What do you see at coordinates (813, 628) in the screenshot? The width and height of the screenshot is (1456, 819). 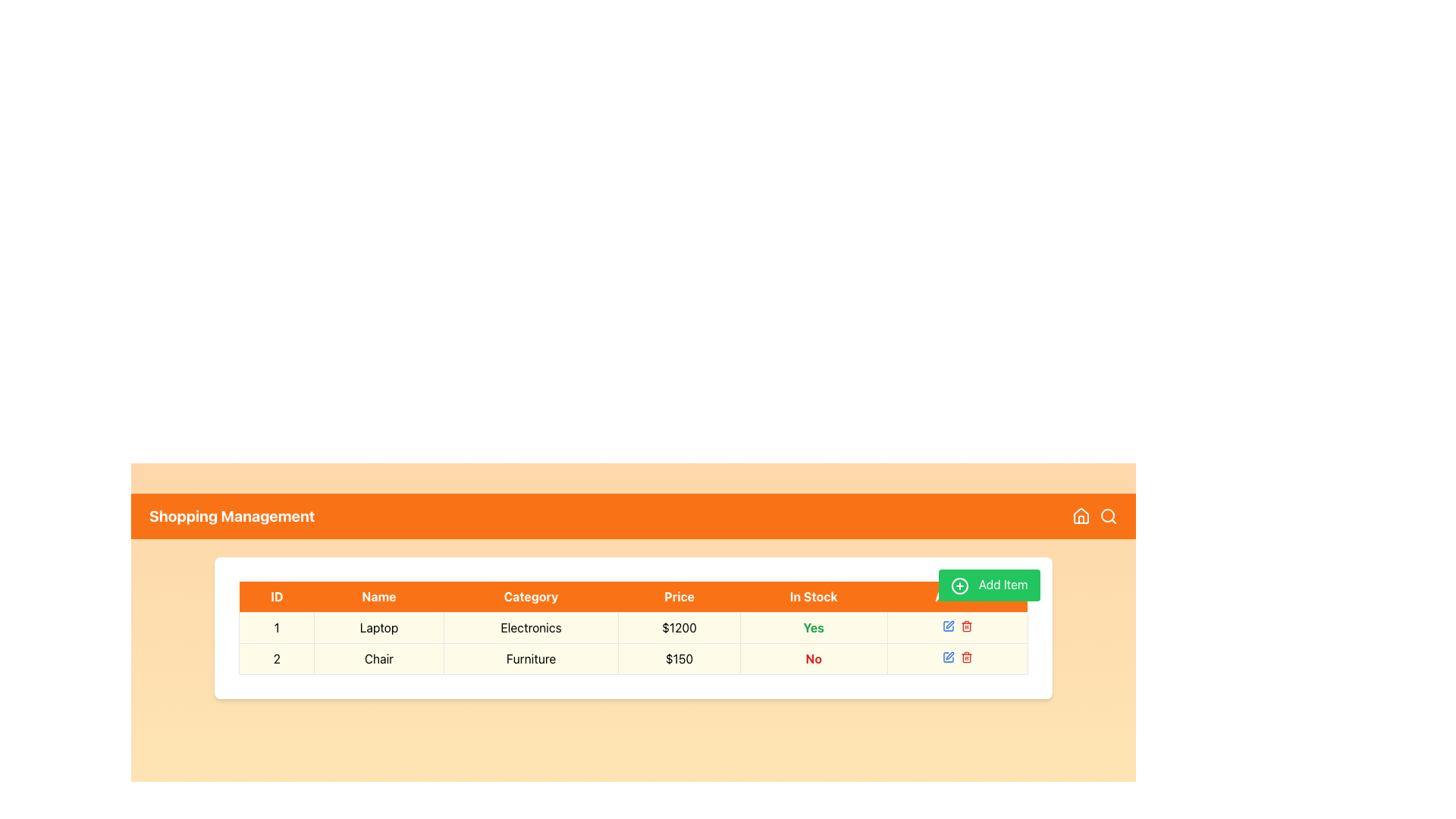 I see `the 'In Stock' text label indicating the product availability, located in the first row, fifth column of the table aligned with the 'Laptop' entry` at bounding box center [813, 628].